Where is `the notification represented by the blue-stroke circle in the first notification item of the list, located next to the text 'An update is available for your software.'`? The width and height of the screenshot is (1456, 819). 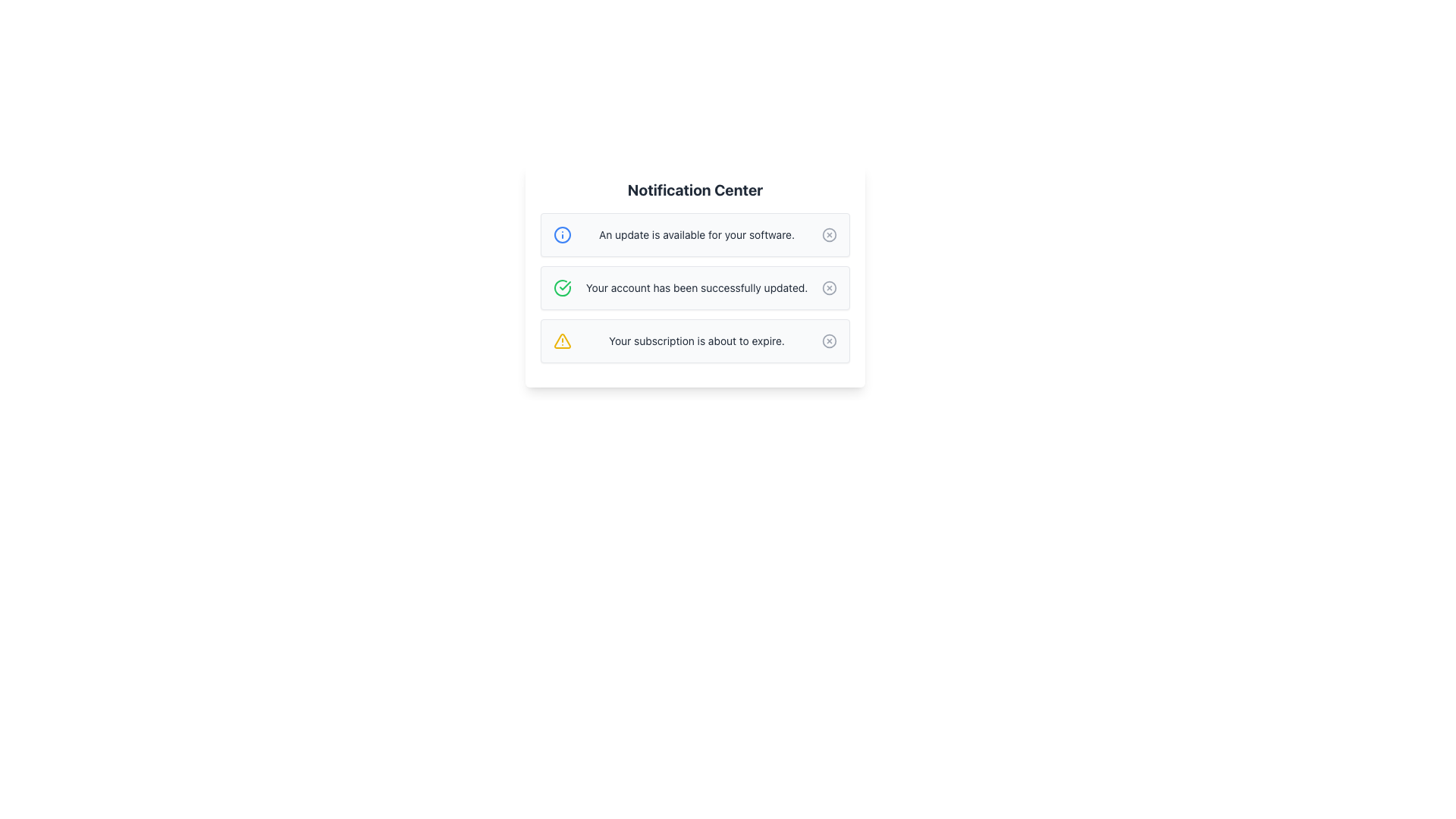 the notification represented by the blue-stroke circle in the first notification item of the list, located next to the text 'An update is available for your software.' is located at coordinates (562, 234).